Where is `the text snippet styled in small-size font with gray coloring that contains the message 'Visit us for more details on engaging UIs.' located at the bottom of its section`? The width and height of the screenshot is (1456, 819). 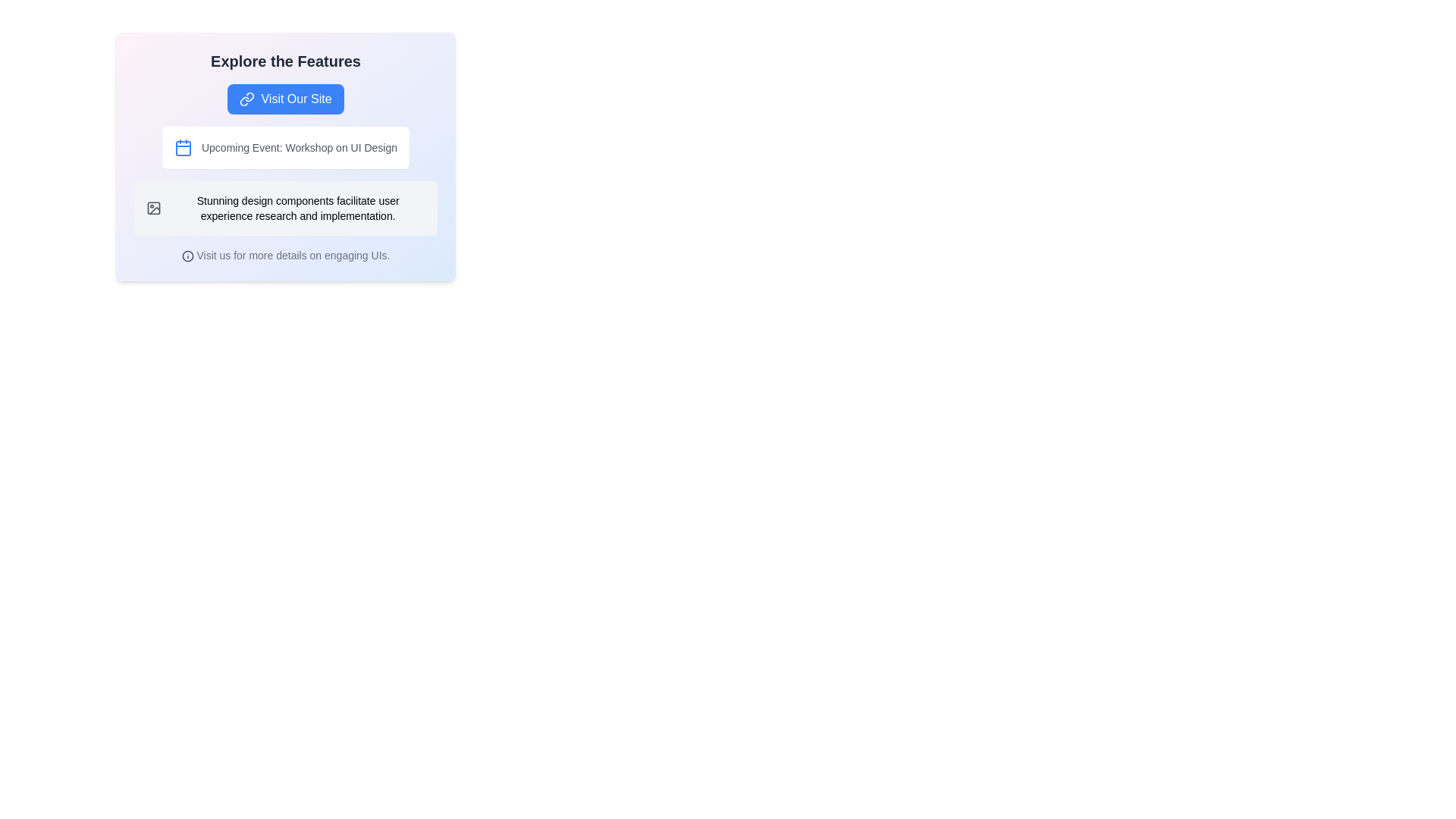
the text snippet styled in small-size font with gray coloring that contains the message 'Visit us for more details on engaging UIs.' located at the bottom of its section is located at coordinates (286, 254).